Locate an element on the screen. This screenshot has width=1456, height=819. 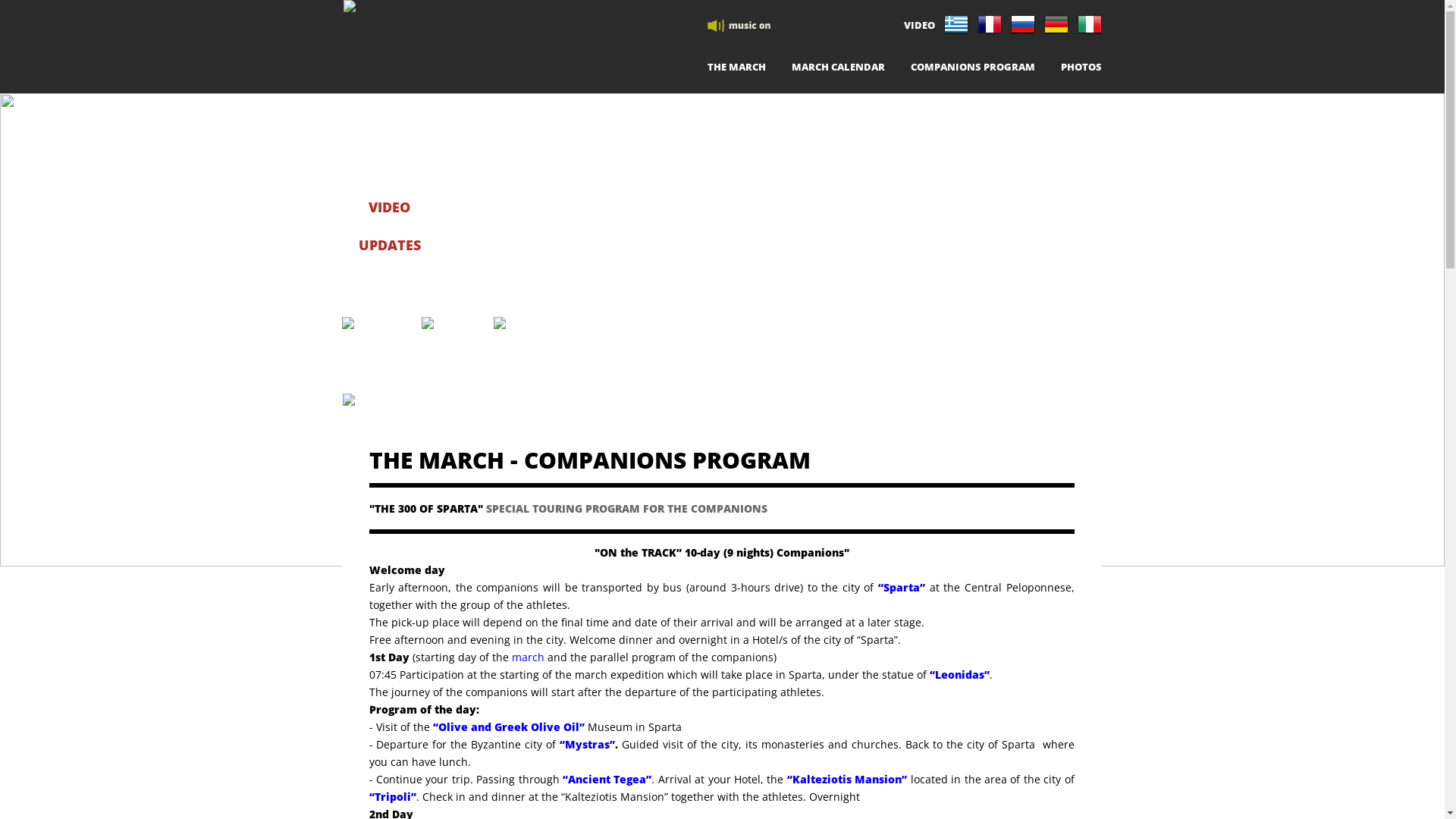
'THE MARCH' is located at coordinates (736, 70).